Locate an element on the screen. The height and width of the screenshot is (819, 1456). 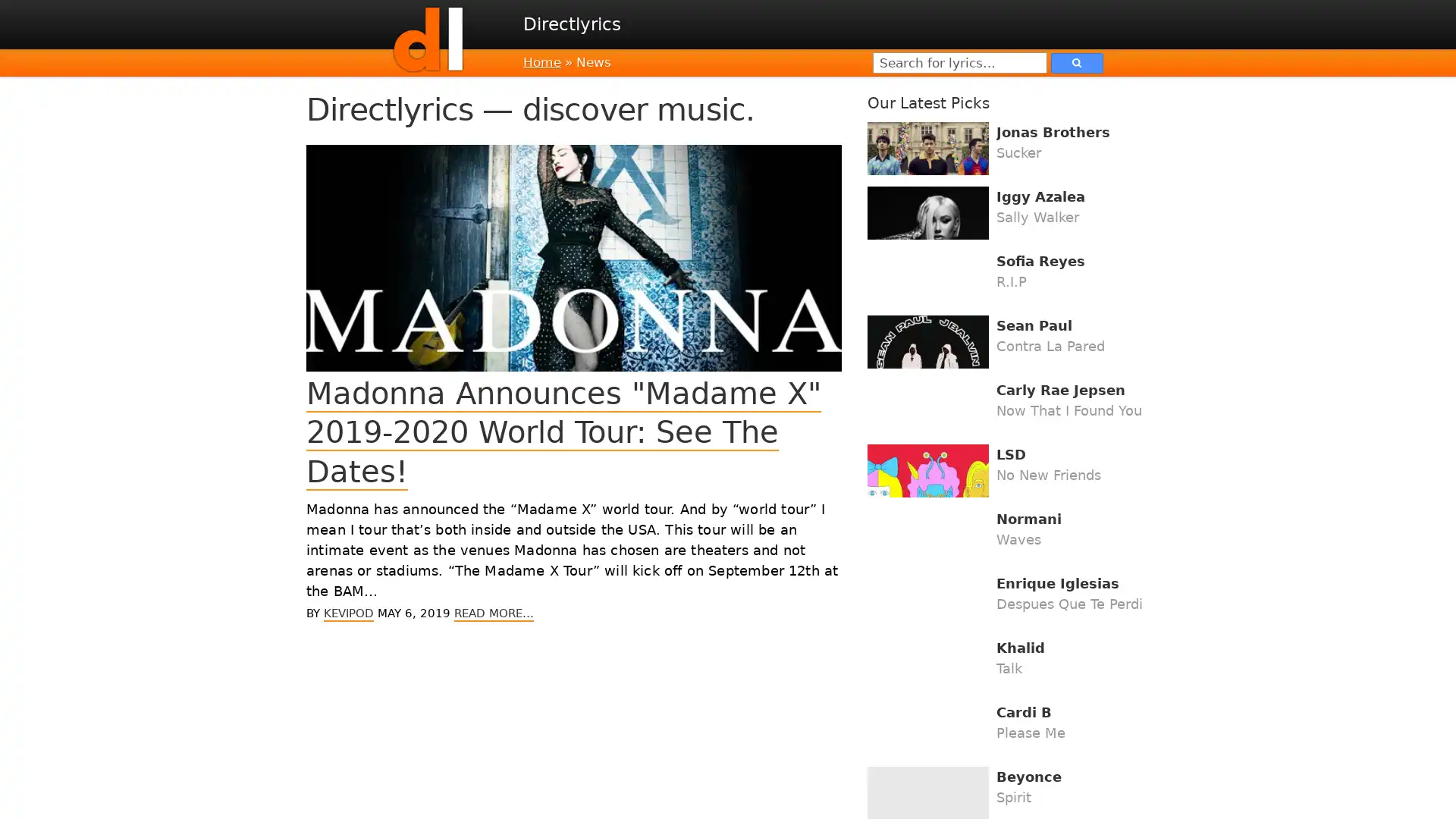
Search is located at coordinates (1076, 61).